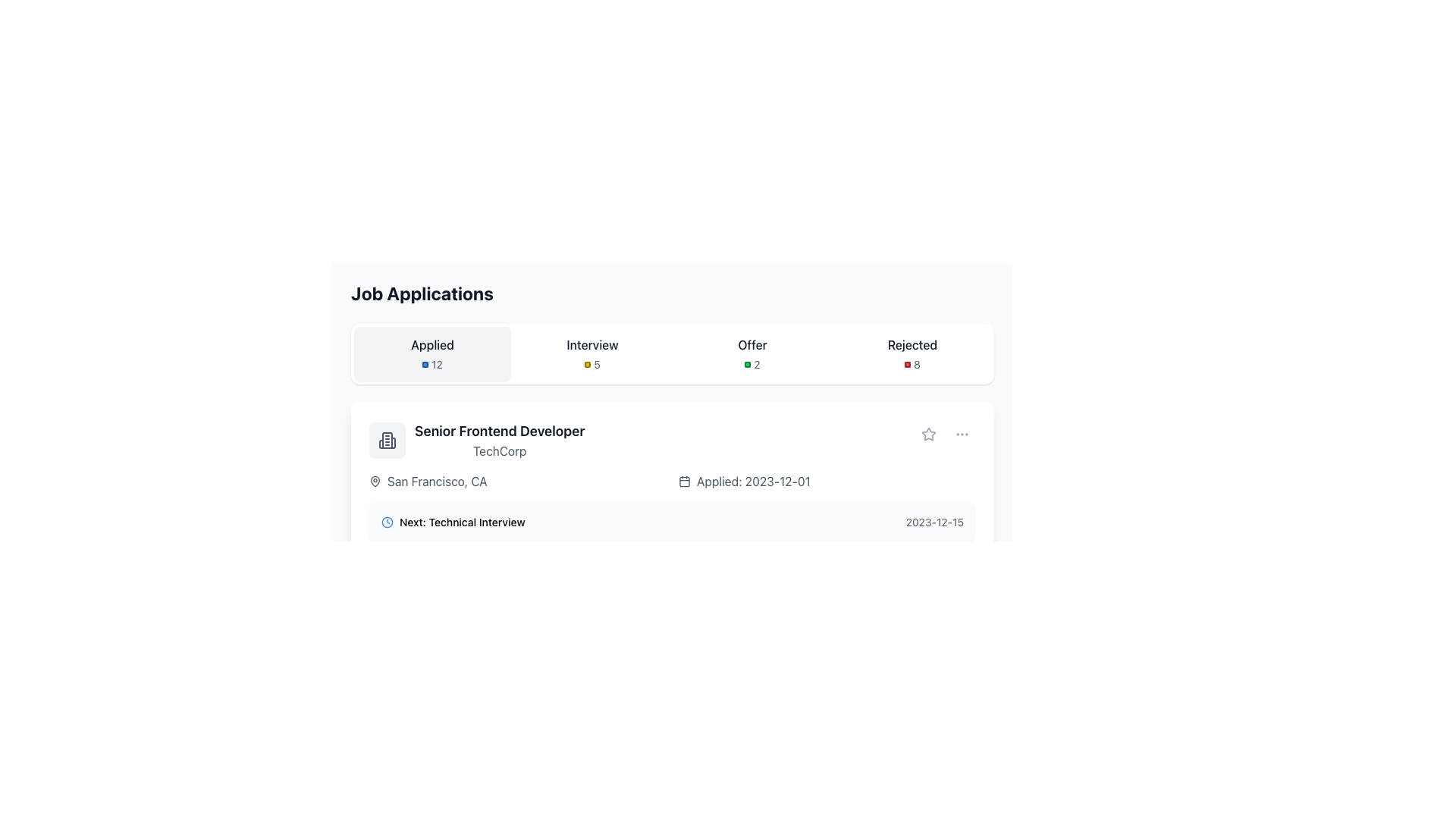 Image resolution: width=1456 pixels, height=819 pixels. Describe the element at coordinates (934, 522) in the screenshot. I see `the Text label displaying '2023-12-15' in a small gray font, positioned in the lower right portion of the job application card for the Senior Frontend Developer position` at that location.